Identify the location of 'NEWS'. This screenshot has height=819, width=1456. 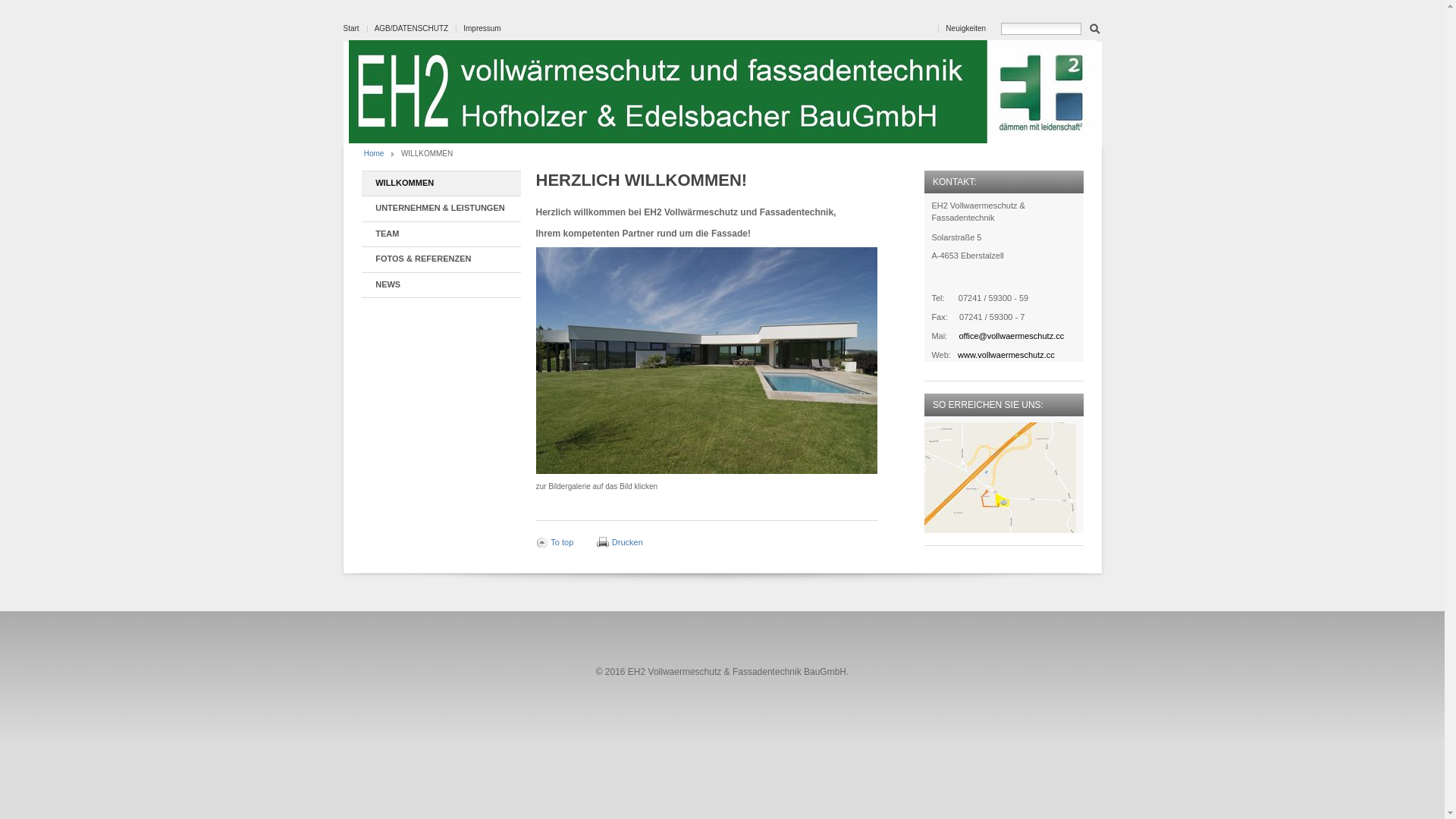
(439, 285).